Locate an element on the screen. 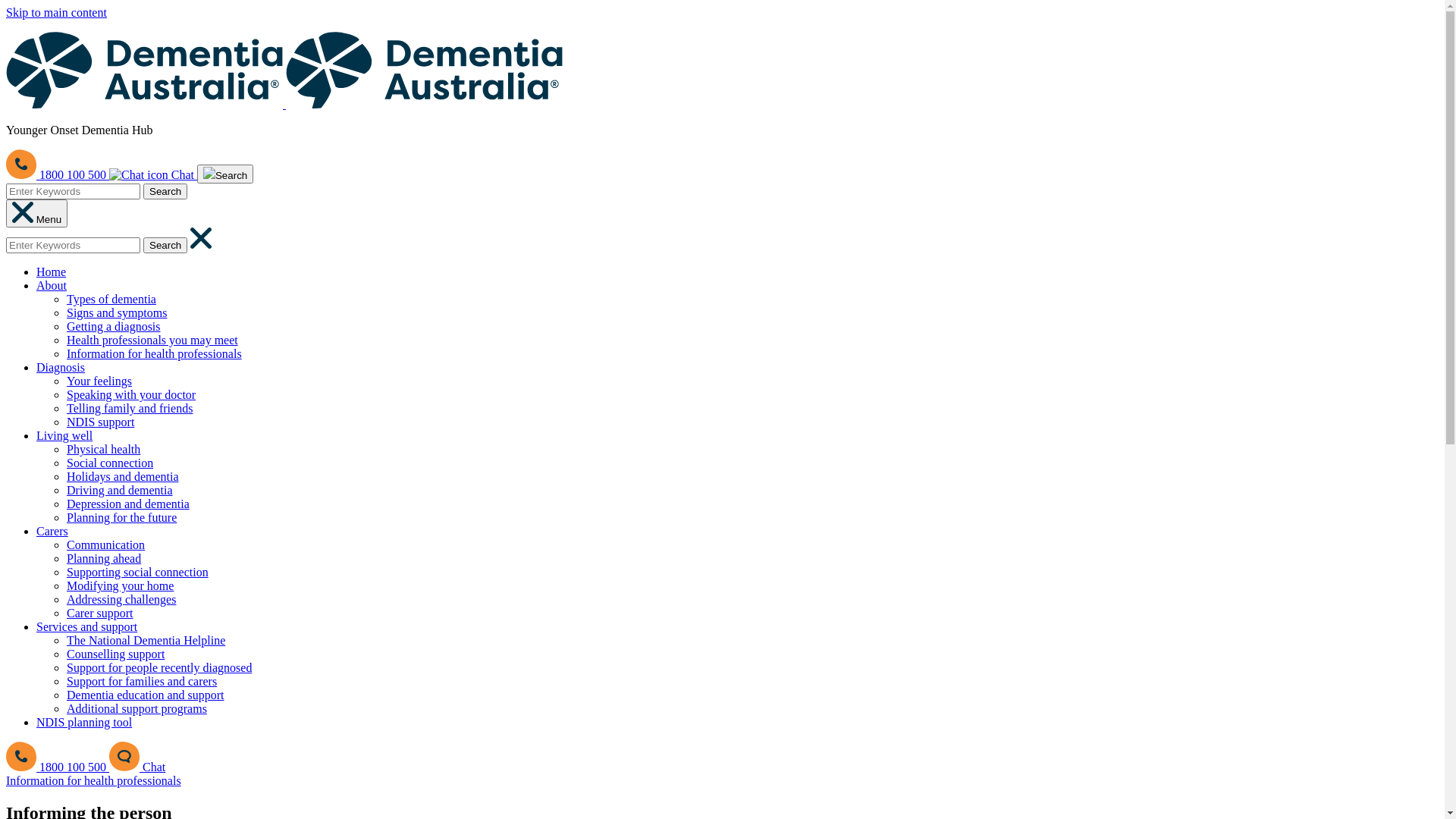  'Counselling support' is located at coordinates (115, 653).